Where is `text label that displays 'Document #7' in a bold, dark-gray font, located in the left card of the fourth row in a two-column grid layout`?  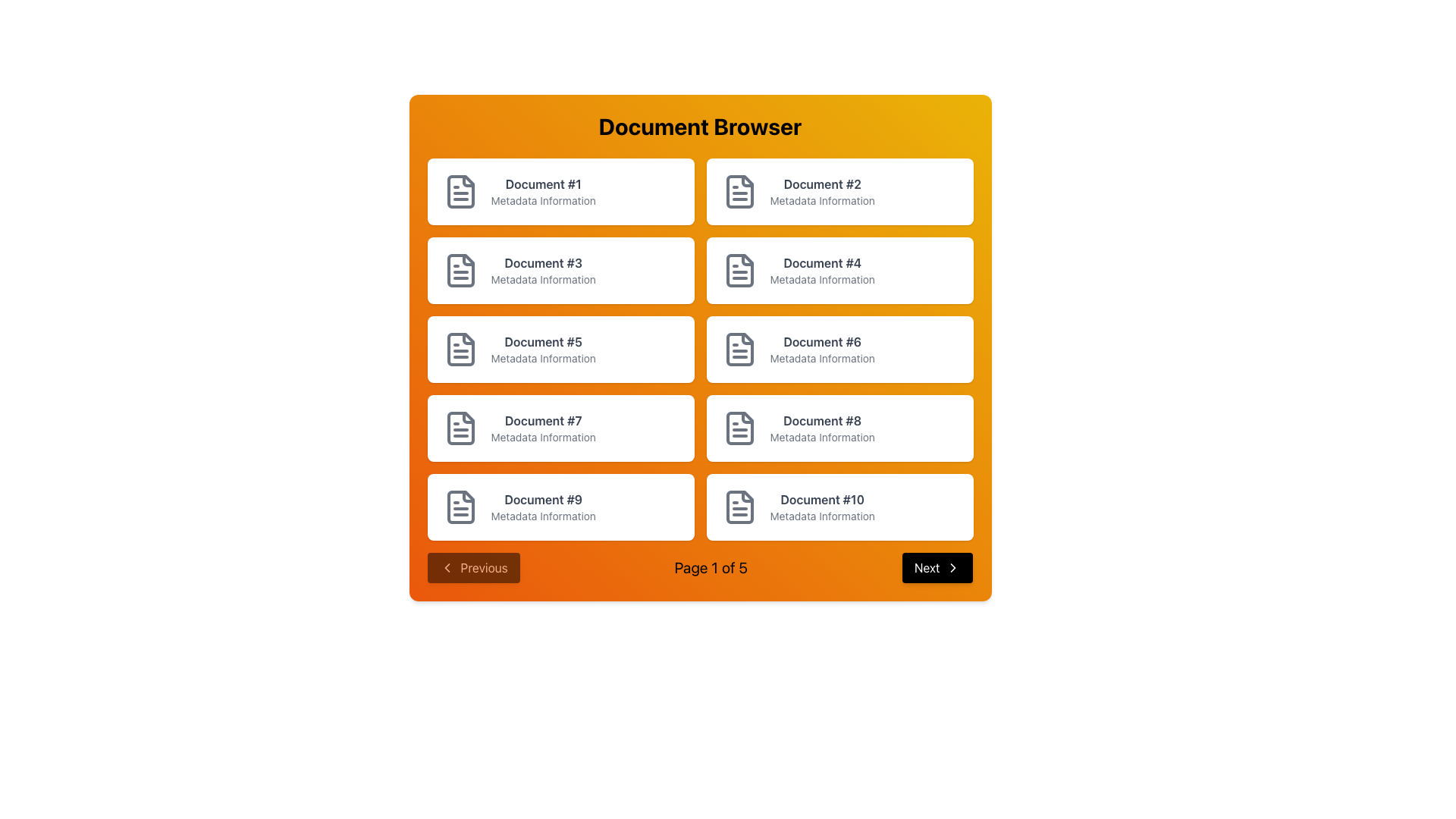
text label that displays 'Document #7' in a bold, dark-gray font, located in the left card of the fourth row in a two-column grid layout is located at coordinates (543, 421).